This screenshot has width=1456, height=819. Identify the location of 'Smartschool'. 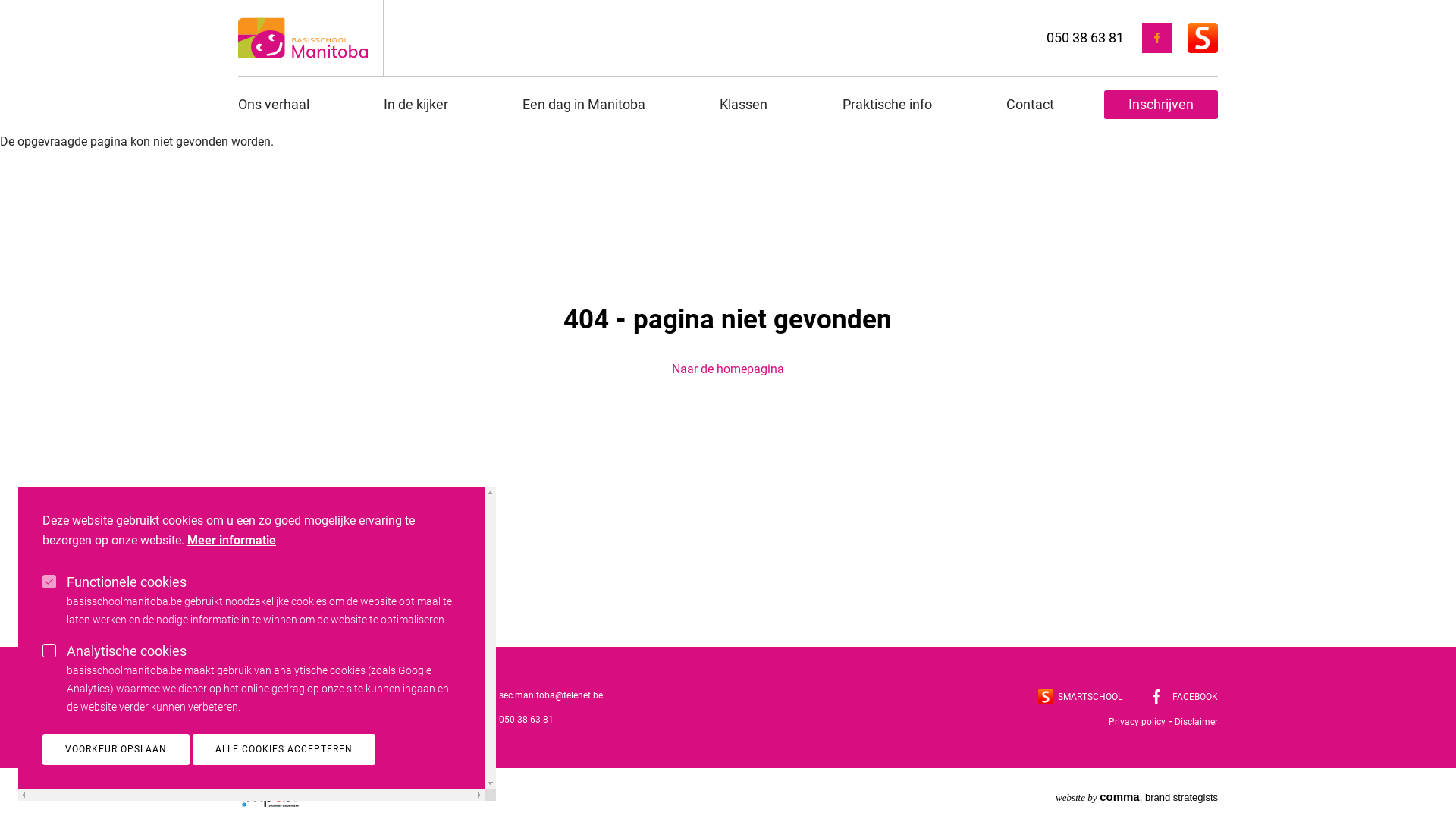
(1044, 696).